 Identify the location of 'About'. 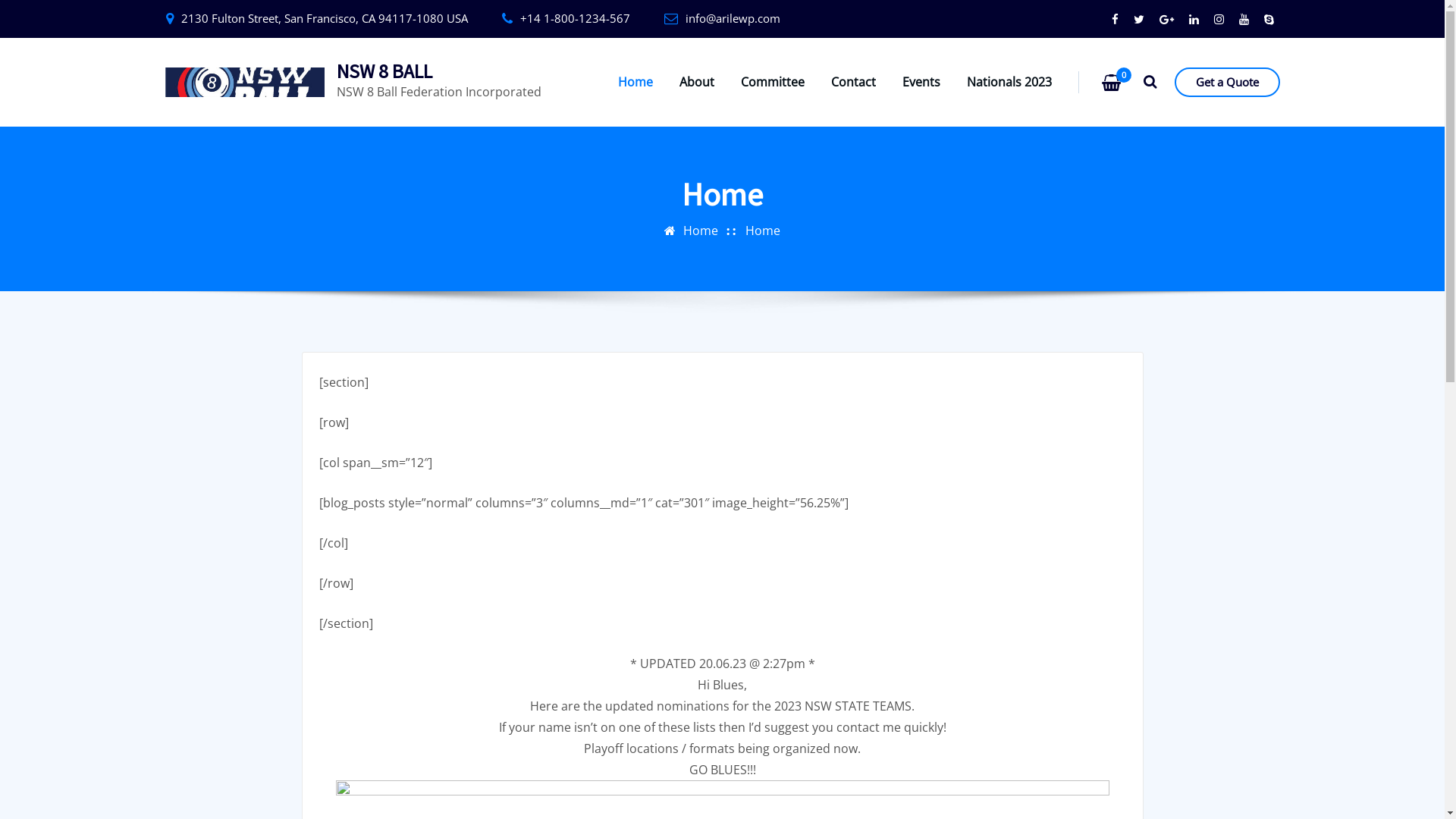
(695, 82).